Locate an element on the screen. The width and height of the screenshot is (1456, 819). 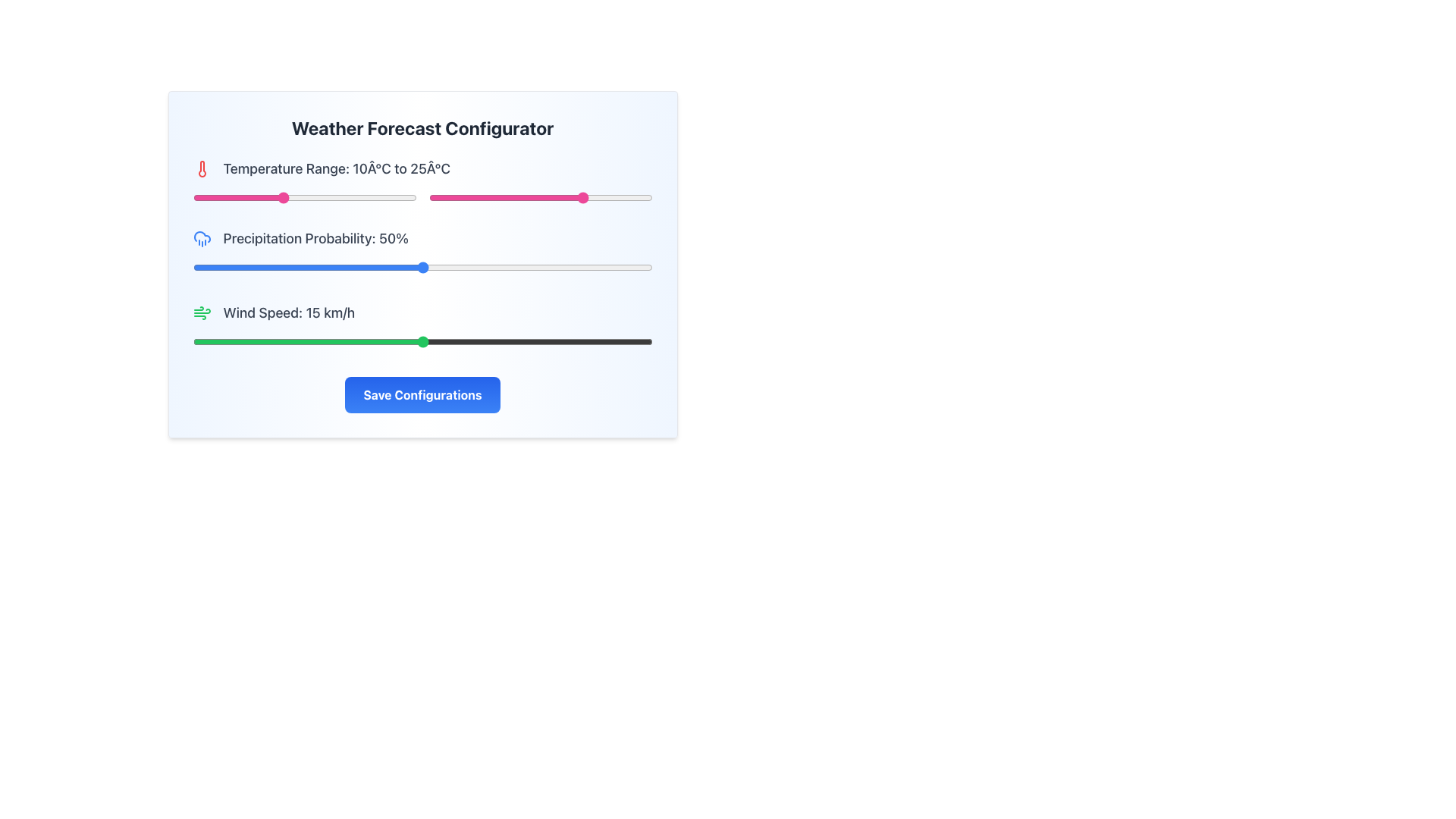
the slider value is located at coordinates (278, 197).